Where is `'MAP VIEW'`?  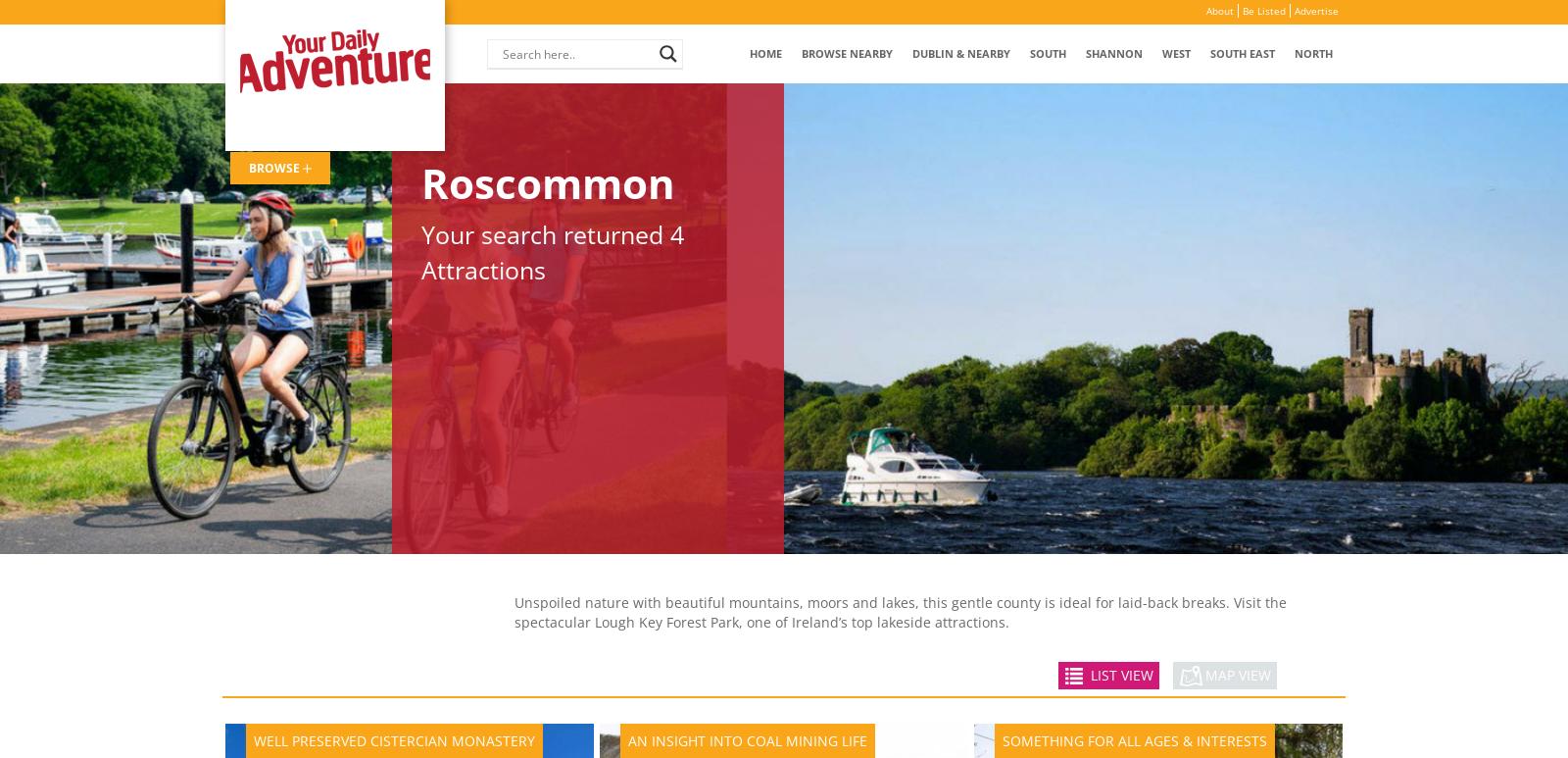 'MAP VIEW' is located at coordinates (1204, 674).